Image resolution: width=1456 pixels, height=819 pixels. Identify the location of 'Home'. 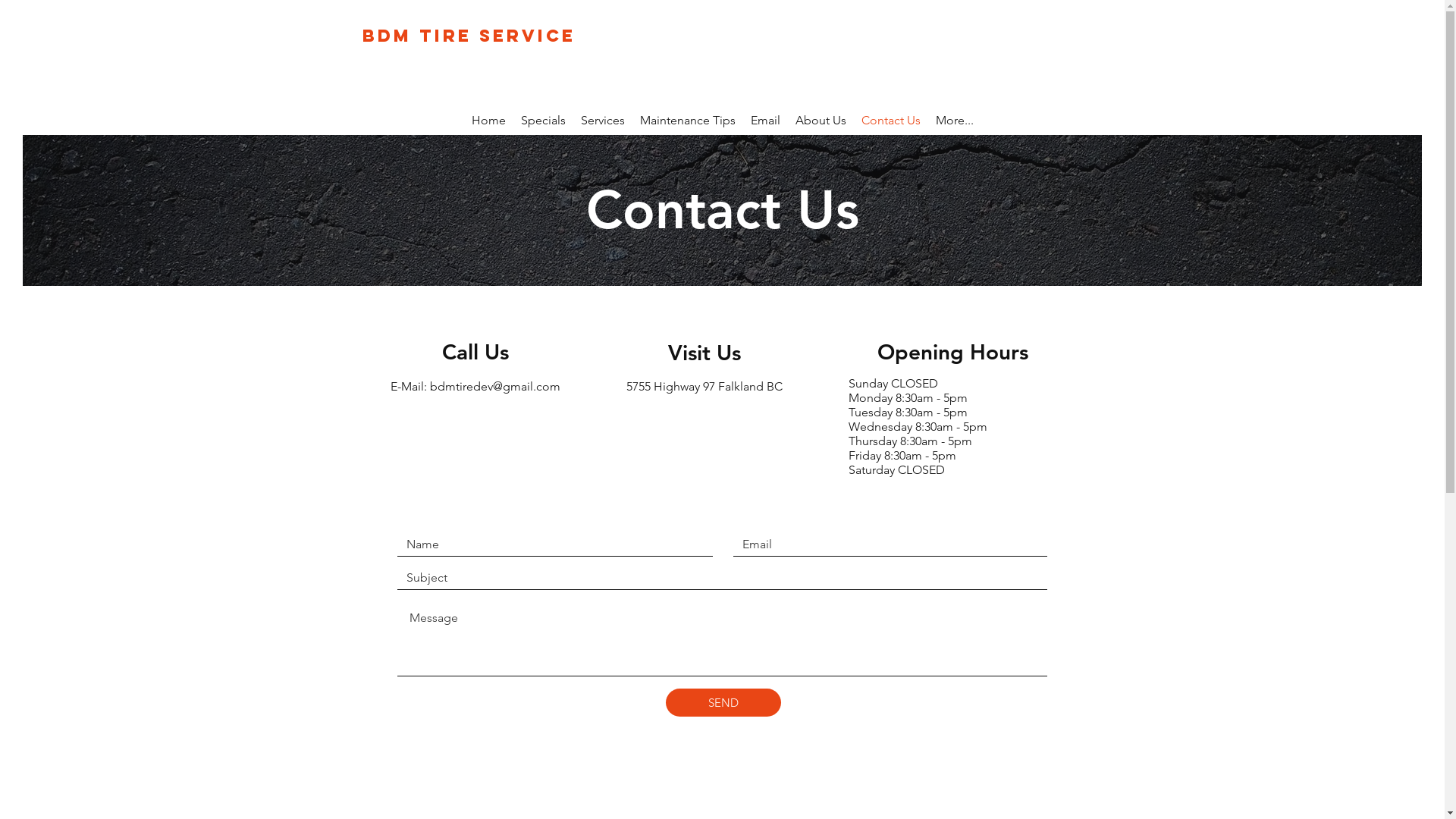
(488, 122).